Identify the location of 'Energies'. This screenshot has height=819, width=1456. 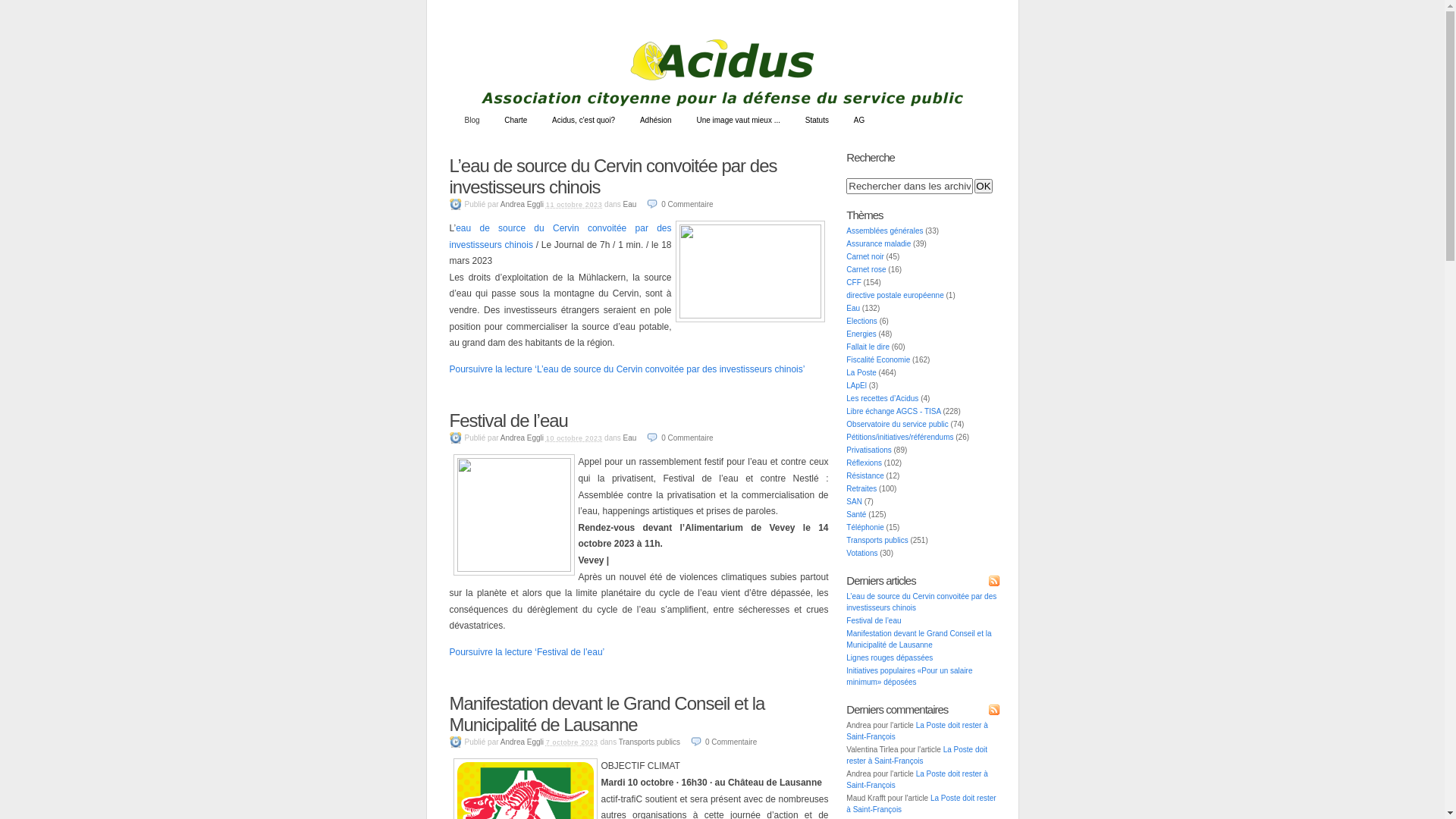
(846, 333).